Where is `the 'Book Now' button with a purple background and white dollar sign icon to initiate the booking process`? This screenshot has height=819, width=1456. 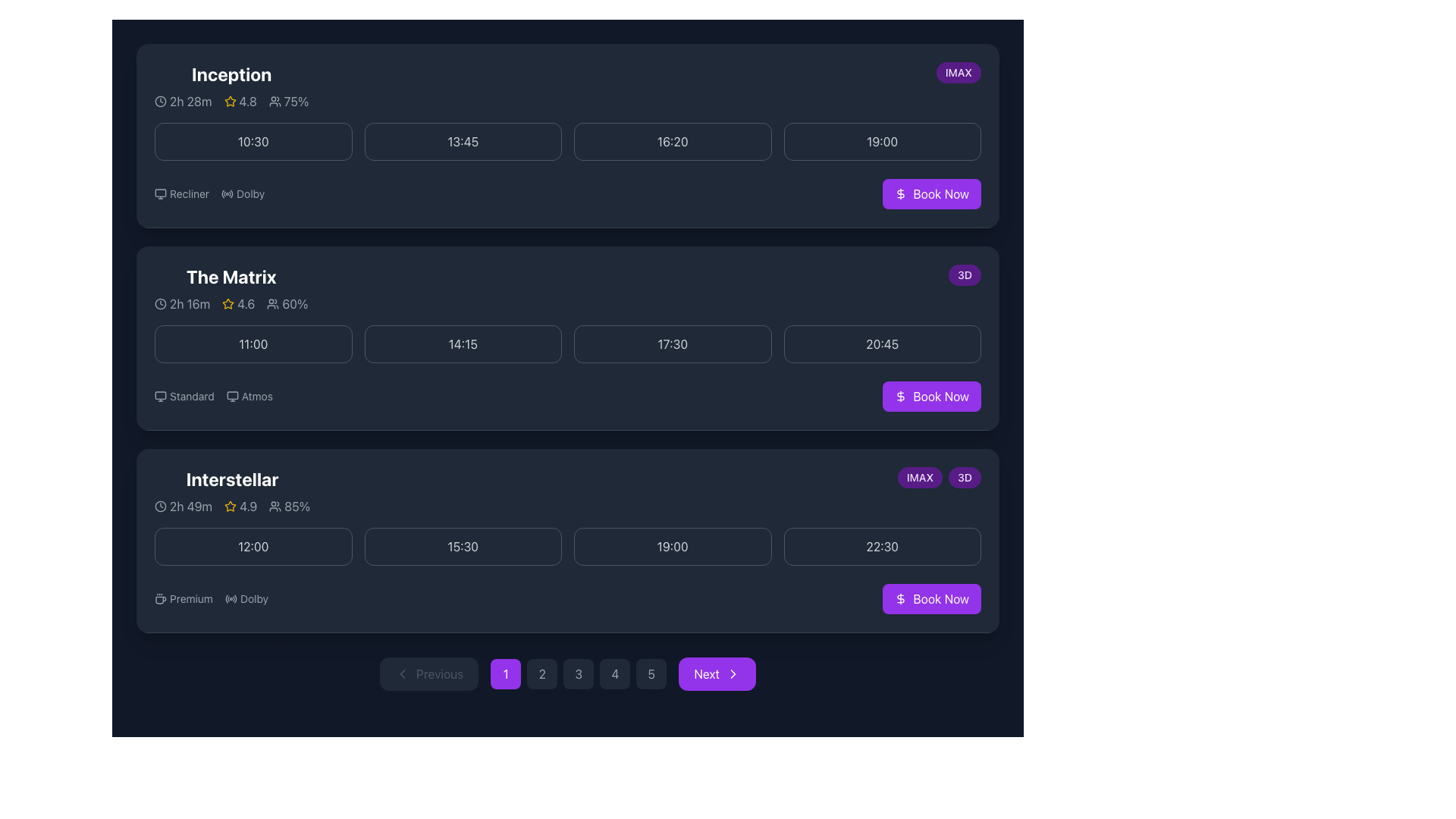 the 'Book Now' button with a purple background and white dollar sign icon to initiate the booking process is located at coordinates (931, 598).